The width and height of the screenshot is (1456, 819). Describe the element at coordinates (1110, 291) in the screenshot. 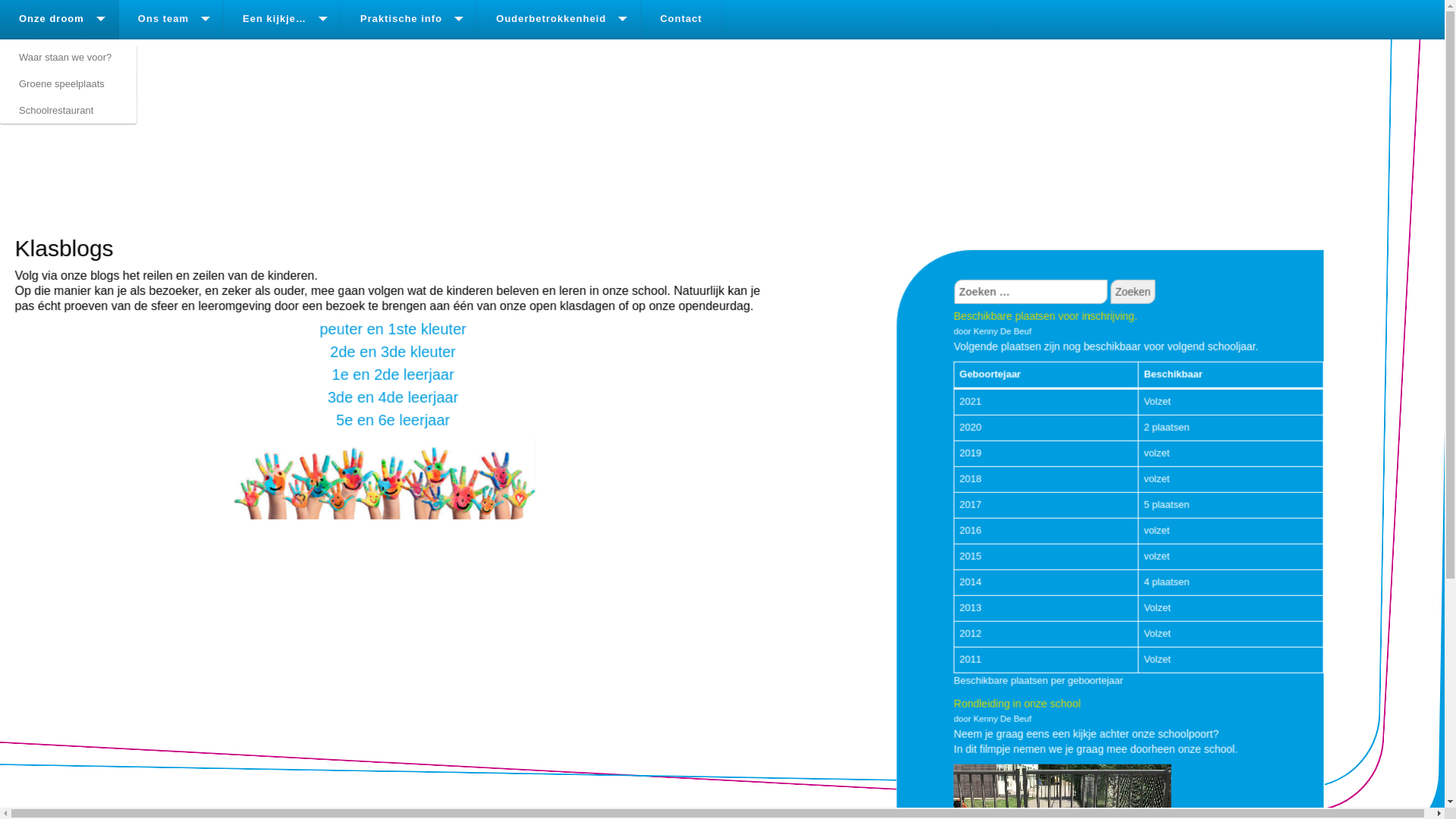

I see `'Zoeken'` at that location.